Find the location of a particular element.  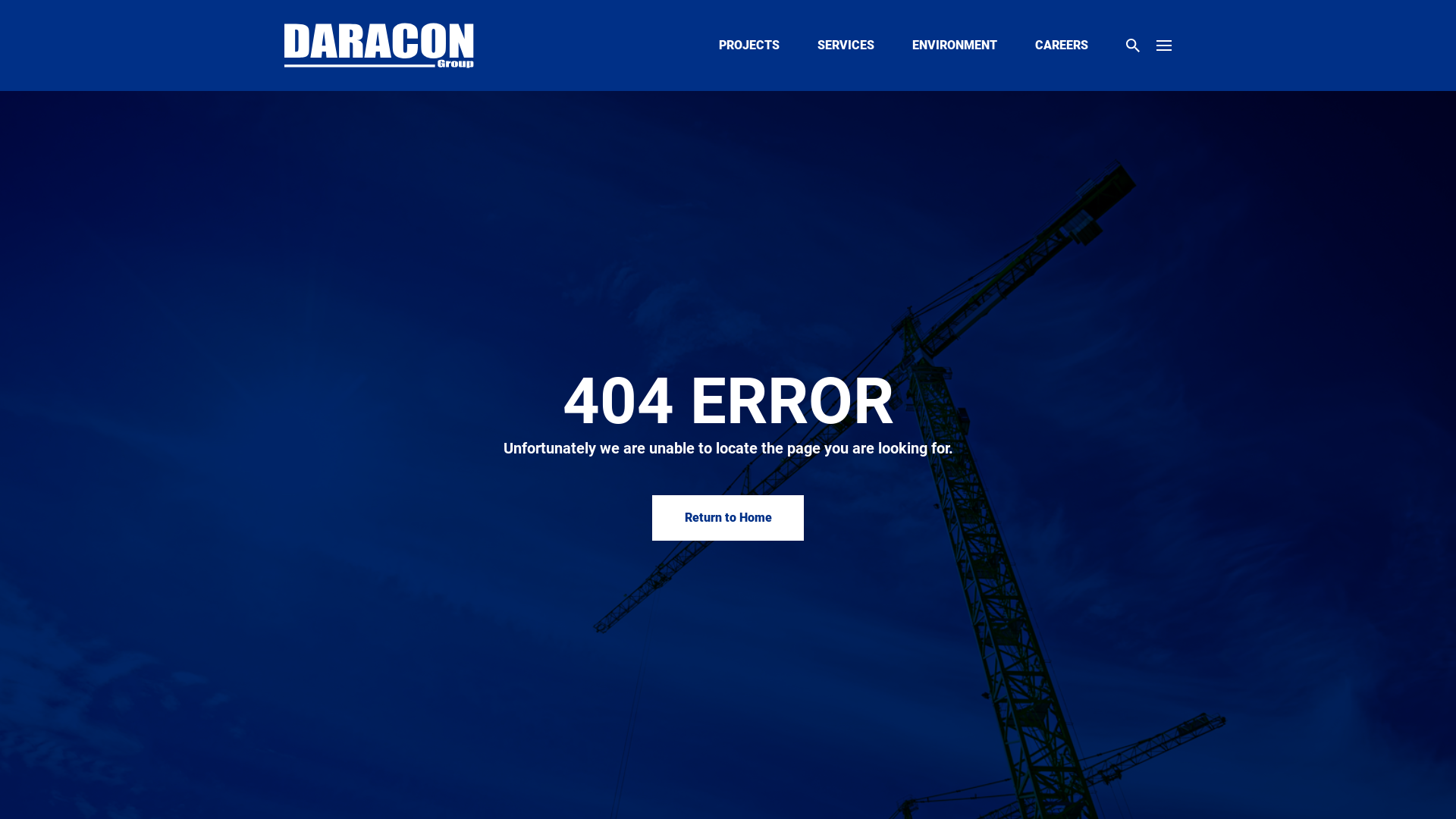

'ENVIRONMENT' is located at coordinates (912, 44).